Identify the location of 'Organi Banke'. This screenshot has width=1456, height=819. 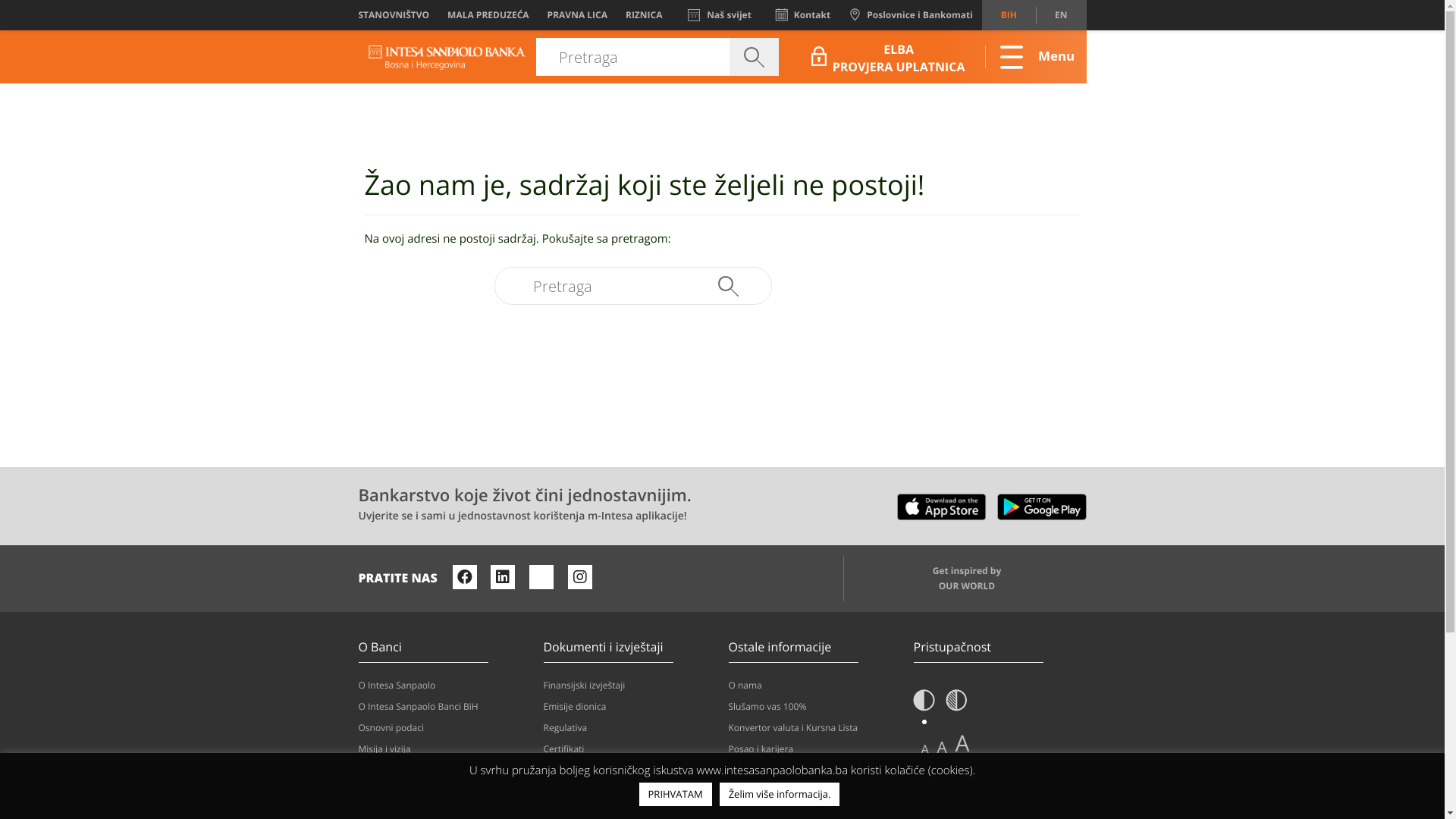
(443, 770).